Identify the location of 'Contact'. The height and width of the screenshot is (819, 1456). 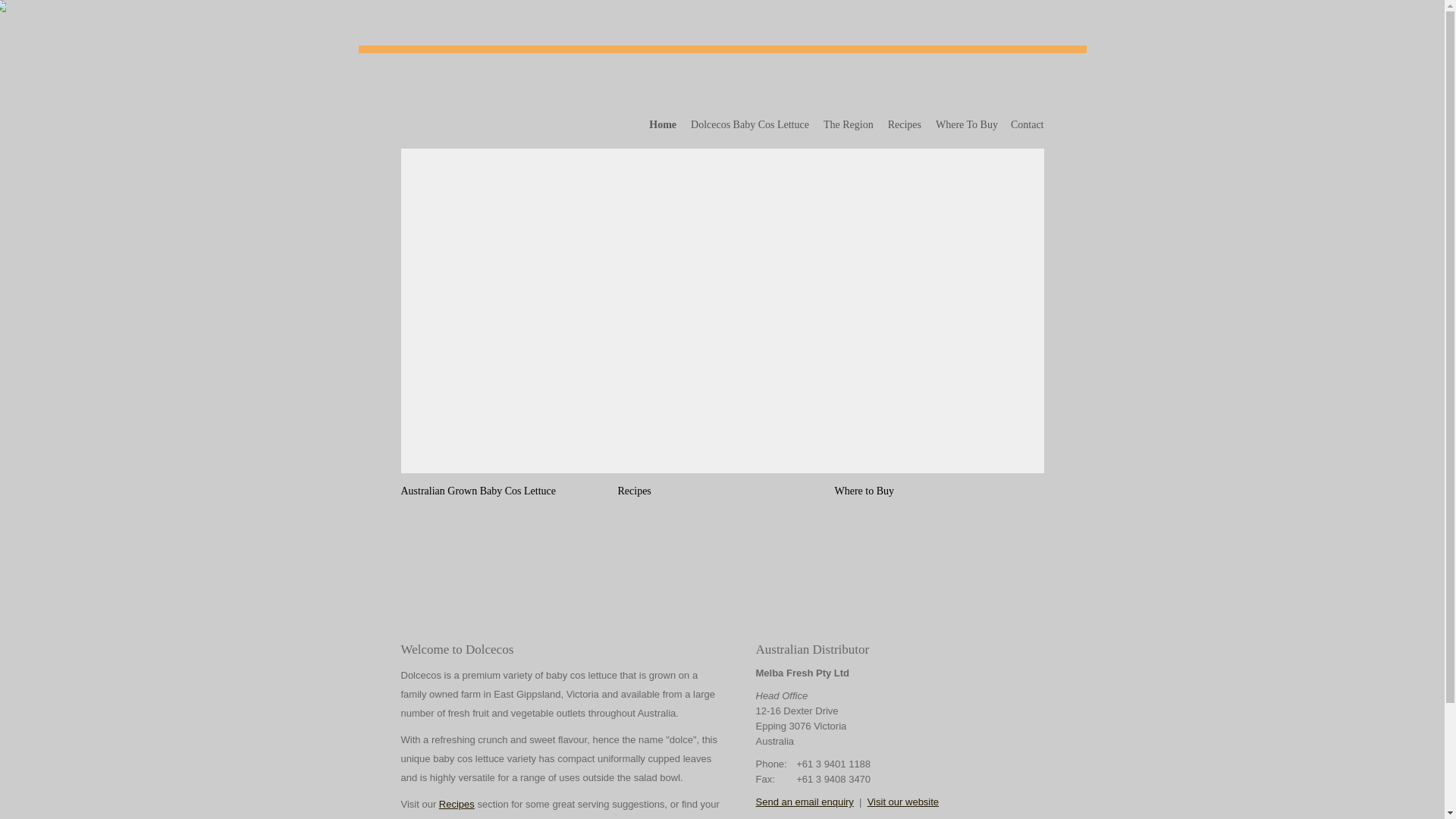
(1025, 124).